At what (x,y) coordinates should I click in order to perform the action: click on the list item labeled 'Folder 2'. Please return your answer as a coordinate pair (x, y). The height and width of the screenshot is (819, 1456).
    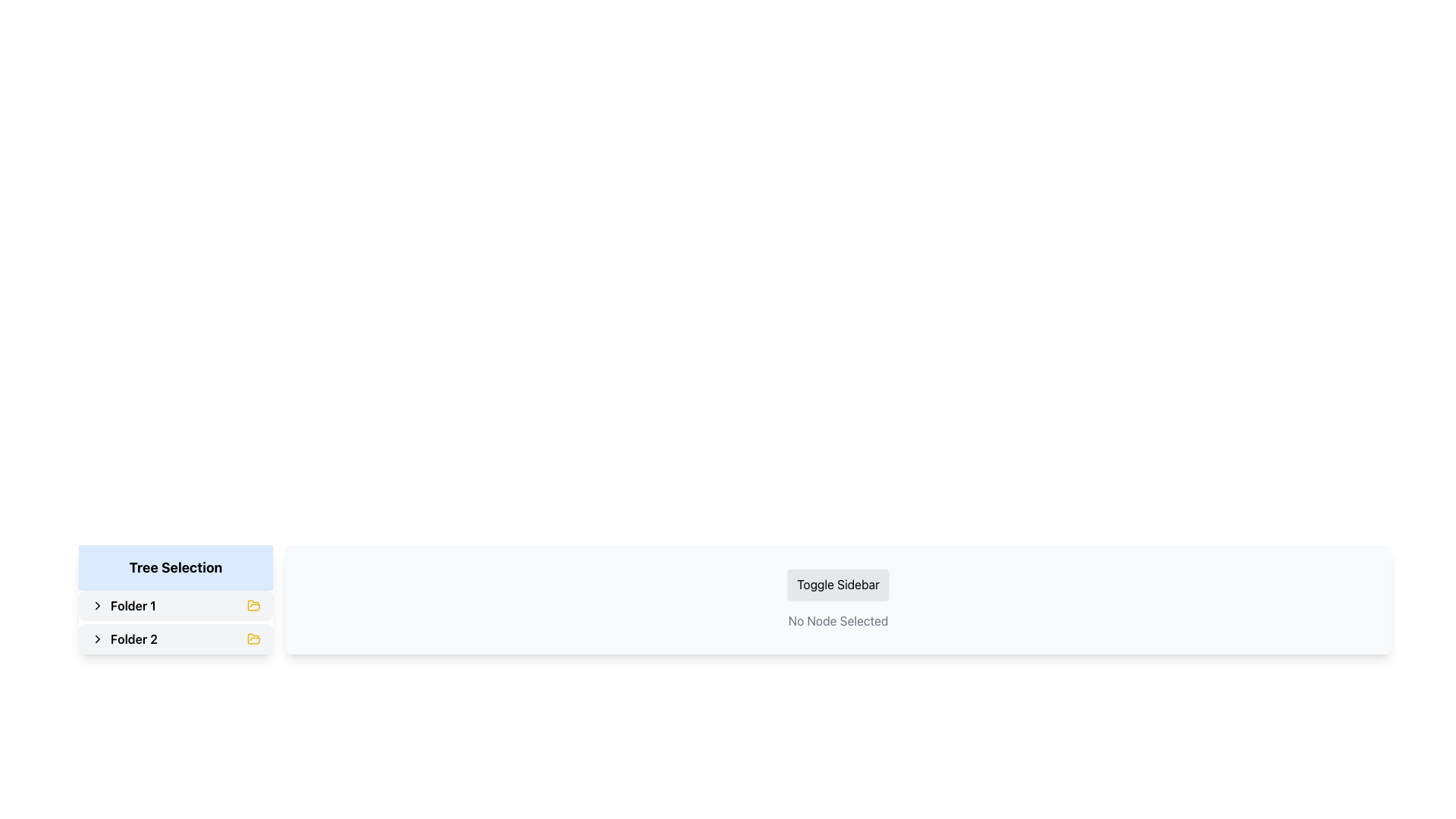
    Looking at the image, I should click on (175, 639).